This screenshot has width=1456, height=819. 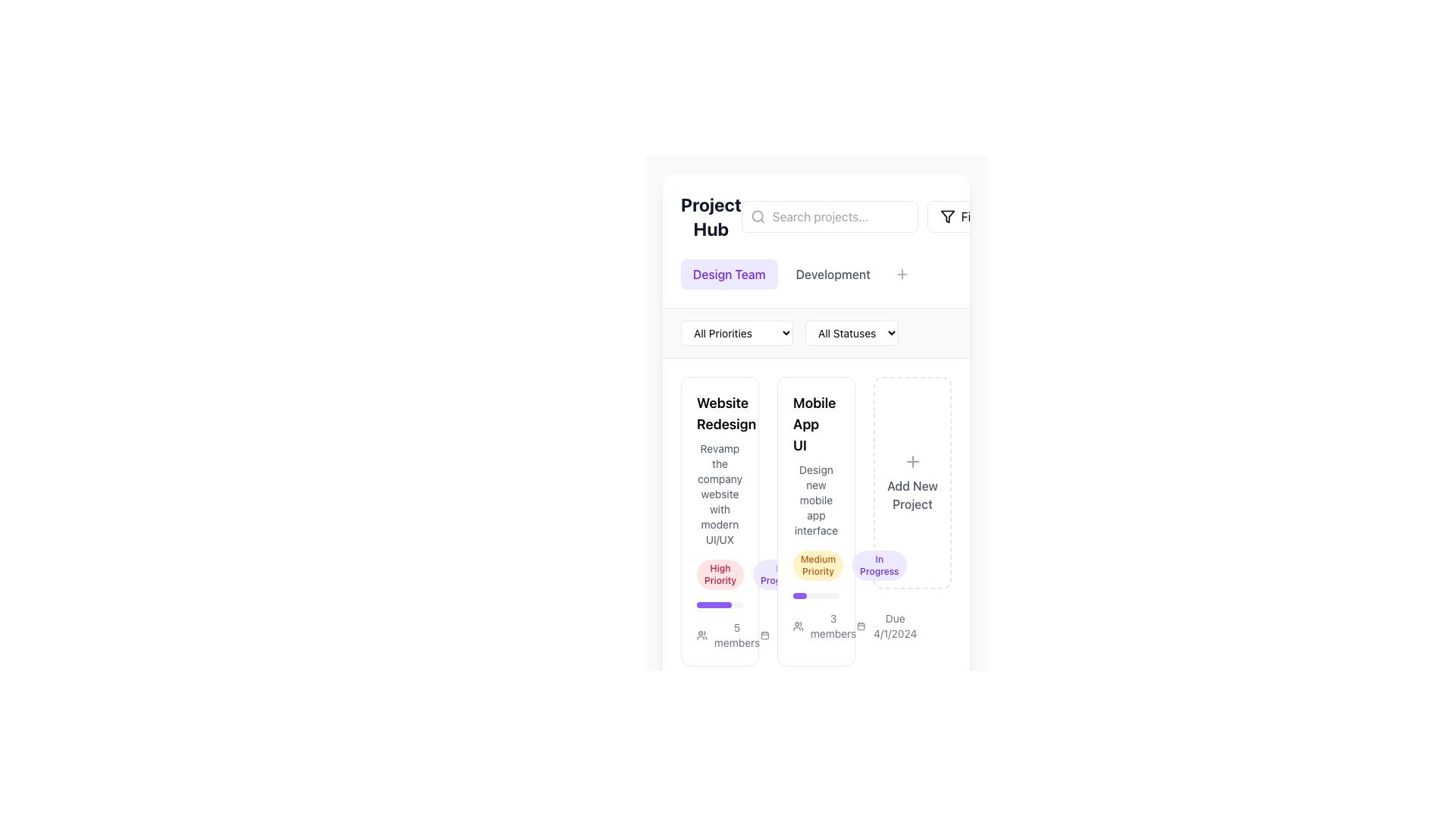 I want to click on the dropdown menus labeled 'All Priorities' and 'All Statuses' which are styled with light gray borders and rounded corners, positioned below the 'Design Team' and 'Development' labels, so click(x=815, y=332).